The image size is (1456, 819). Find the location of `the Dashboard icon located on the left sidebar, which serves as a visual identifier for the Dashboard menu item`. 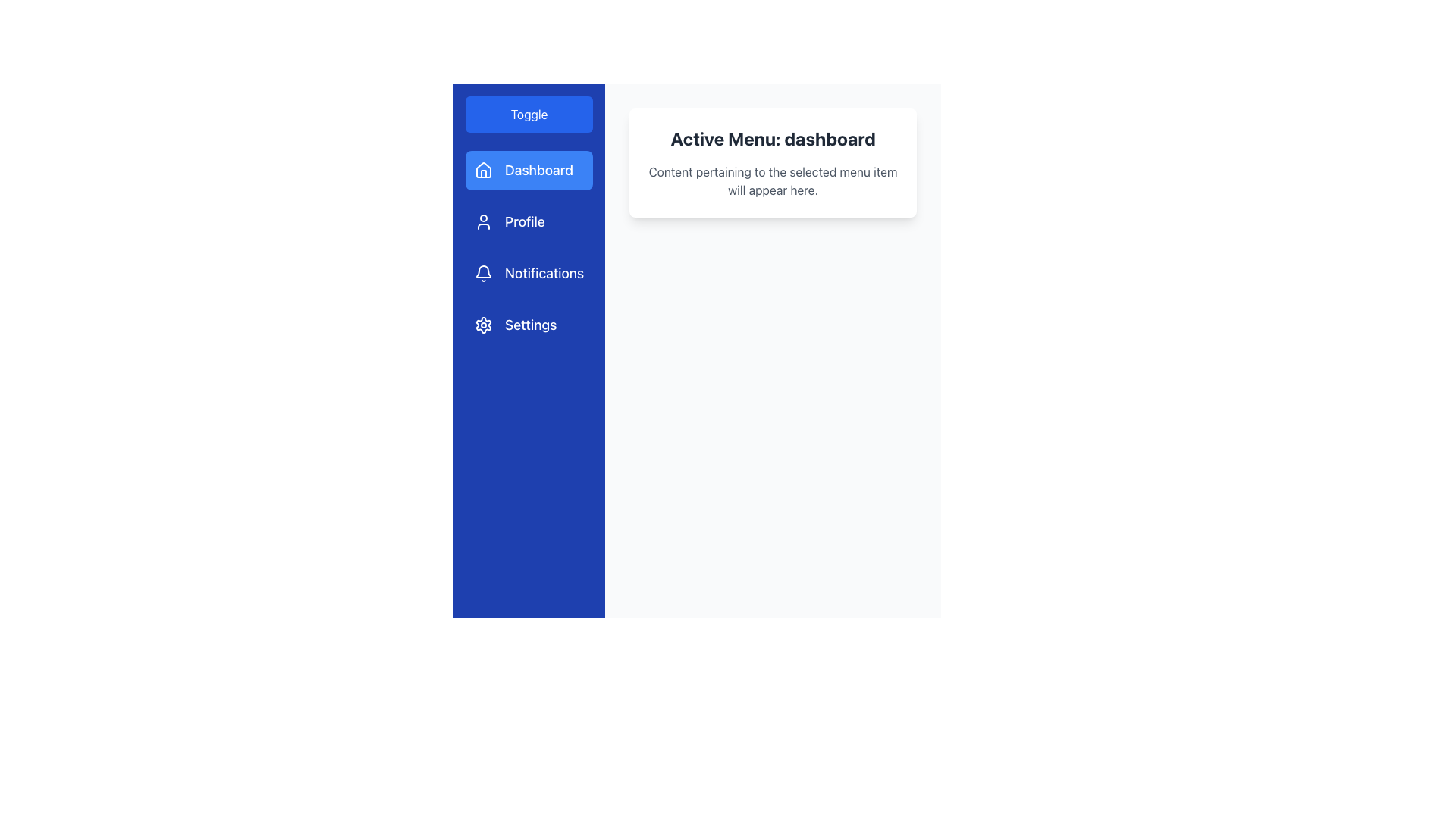

the Dashboard icon located on the left sidebar, which serves as a visual identifier for the Dashboard menu item is located at coordinates (483, 169).